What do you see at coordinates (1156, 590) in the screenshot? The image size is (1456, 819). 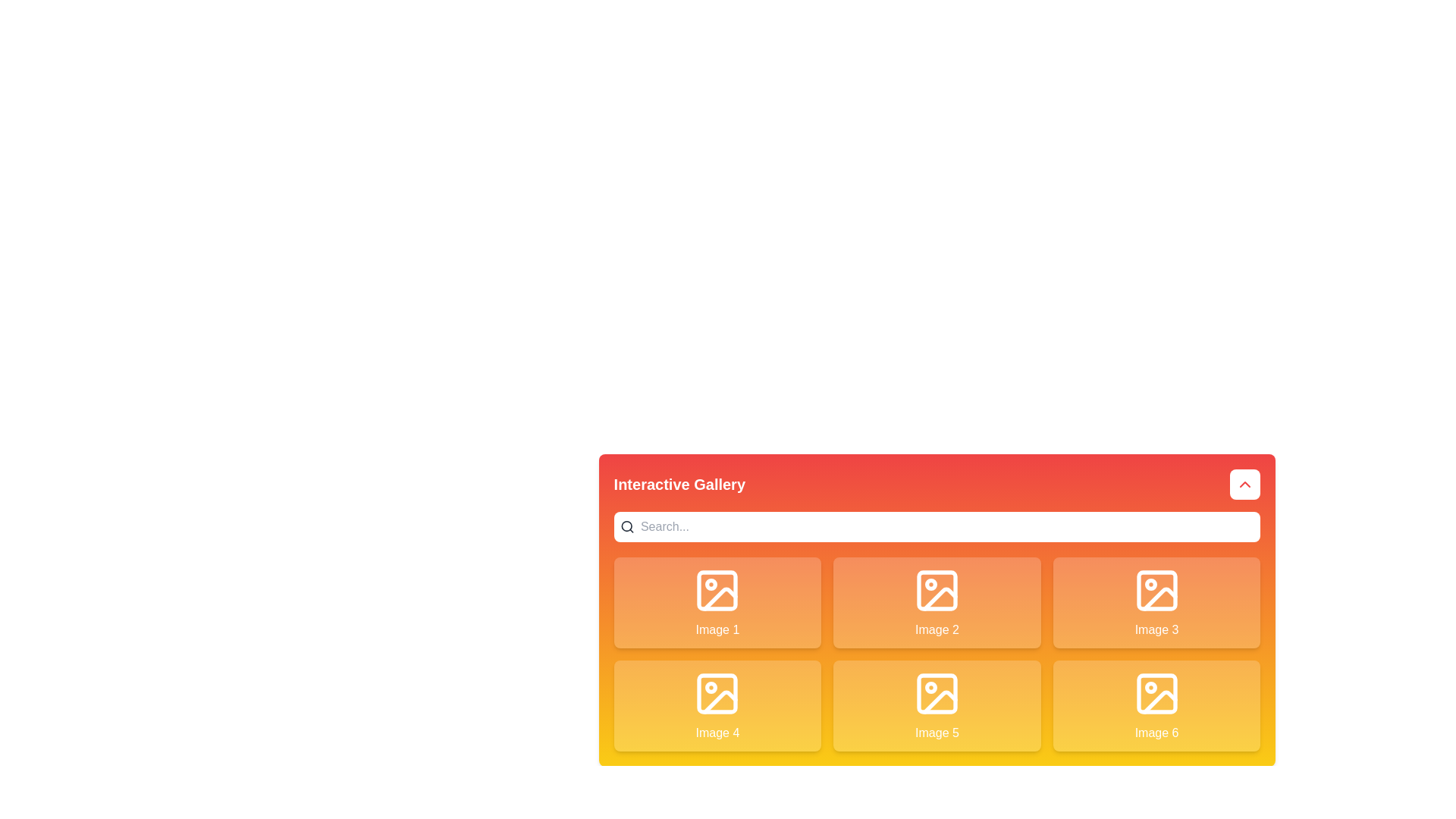 I see `the SVG graphic icon labeled 'Image 3' which is located in the second row, third column of the grid layout` at bounding box center [1156, 590].